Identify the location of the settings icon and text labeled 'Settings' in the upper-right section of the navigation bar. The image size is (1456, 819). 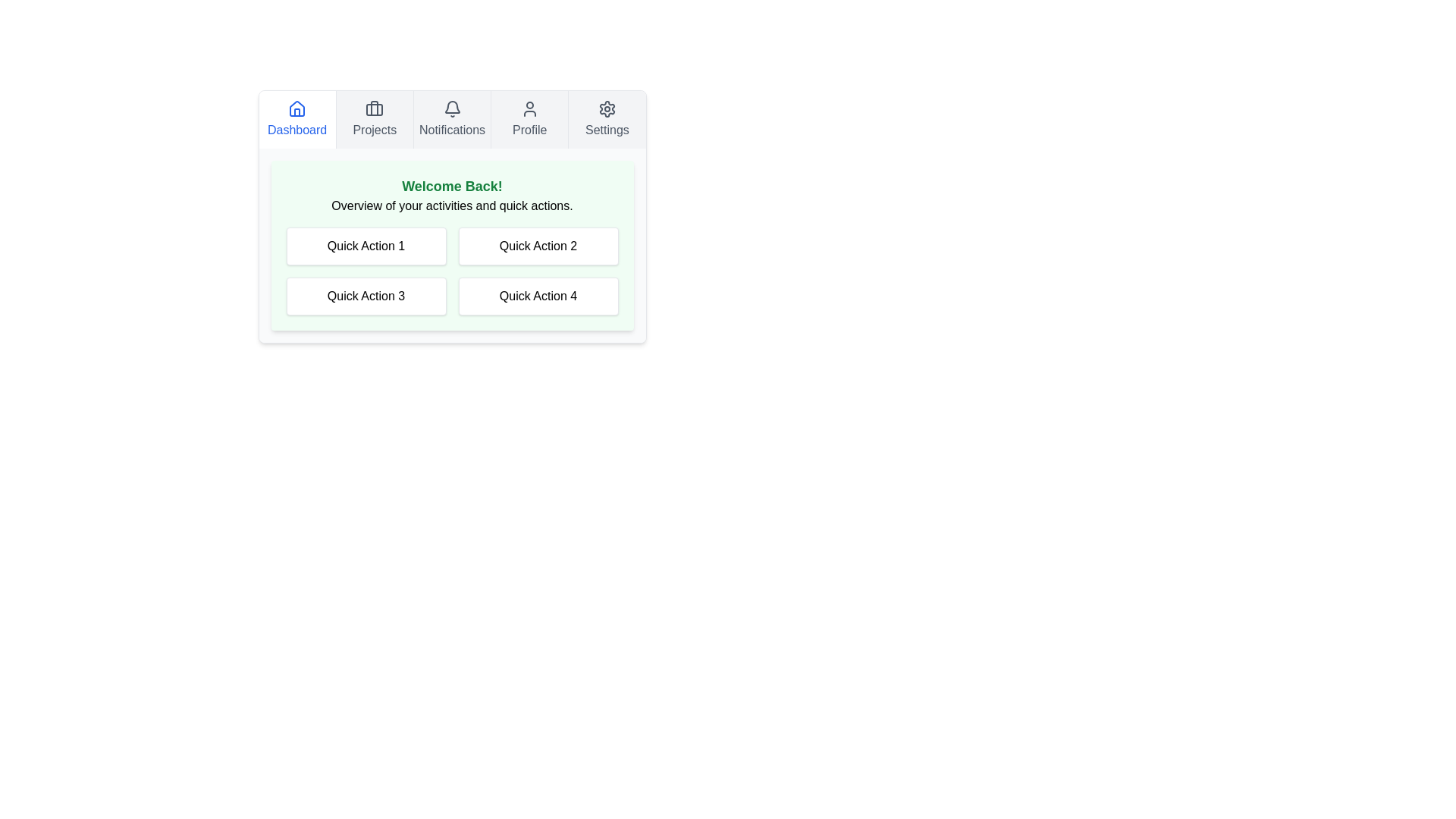
(607, 119).